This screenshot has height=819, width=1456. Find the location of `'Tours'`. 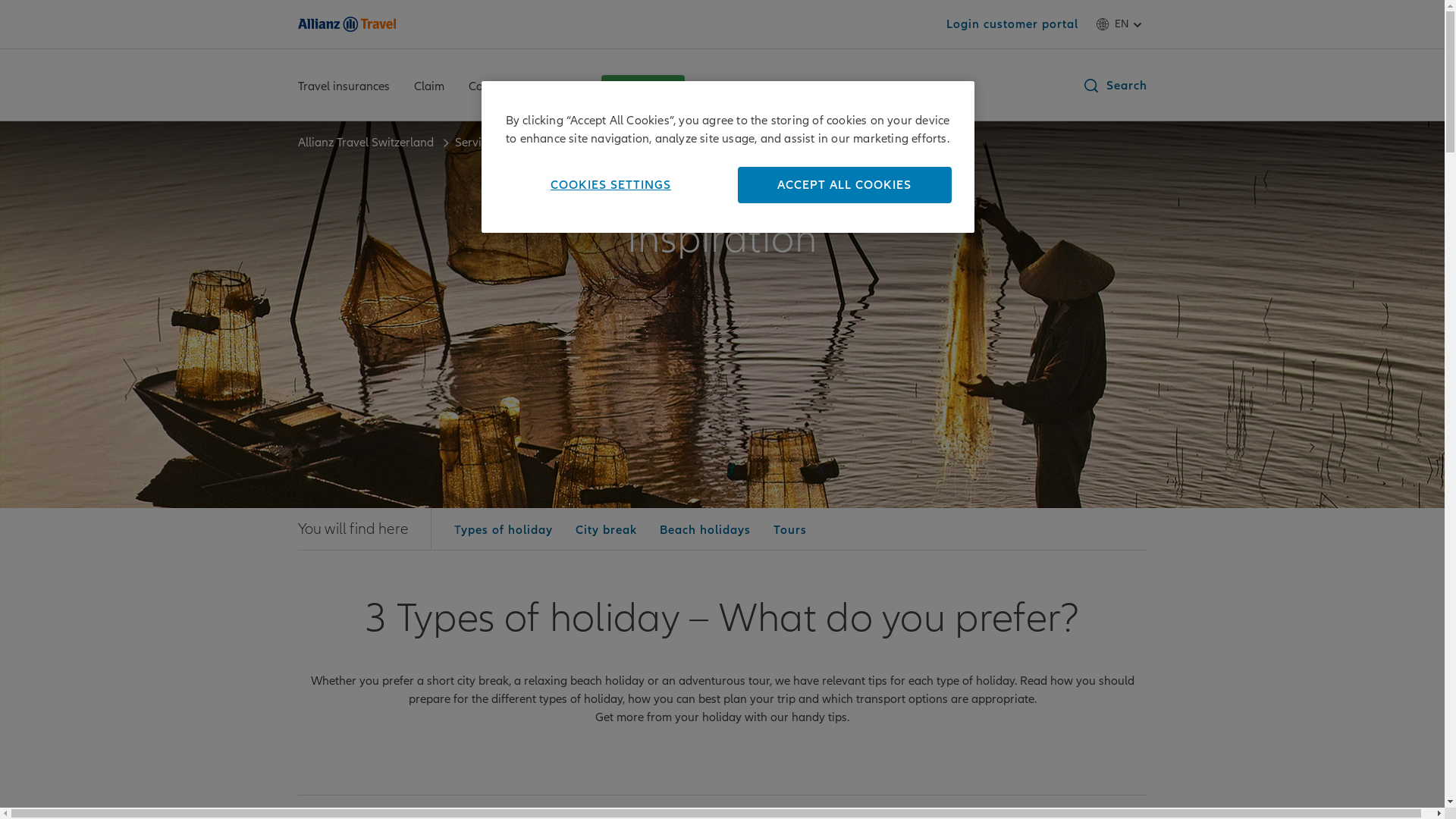

'Tours' is located at coordinates (789, 529).